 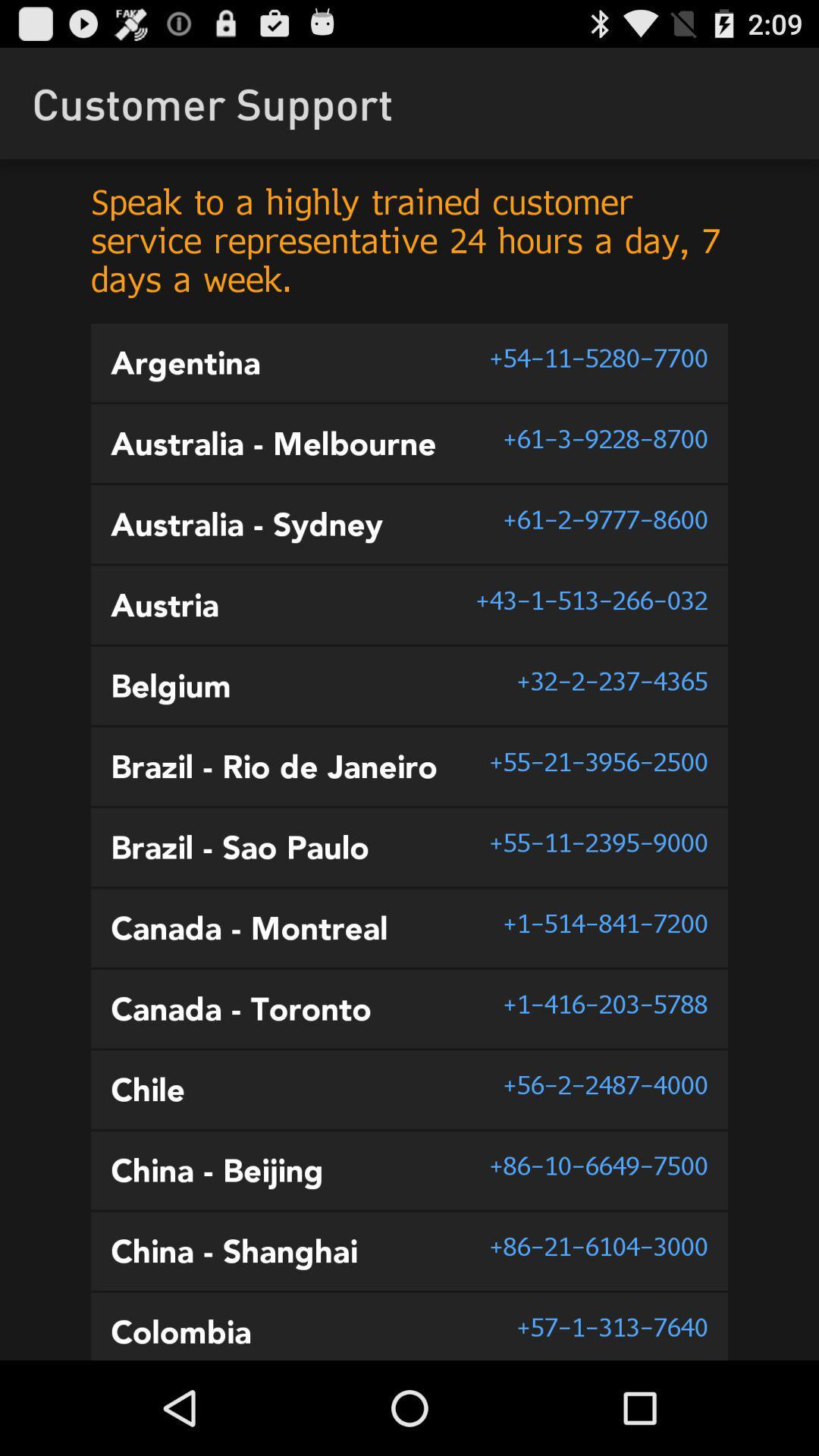 What do you see at coordinates (598, 842) in the screenshot?
I see `icon above the 1 514 841` at bounding box center [598, 842].